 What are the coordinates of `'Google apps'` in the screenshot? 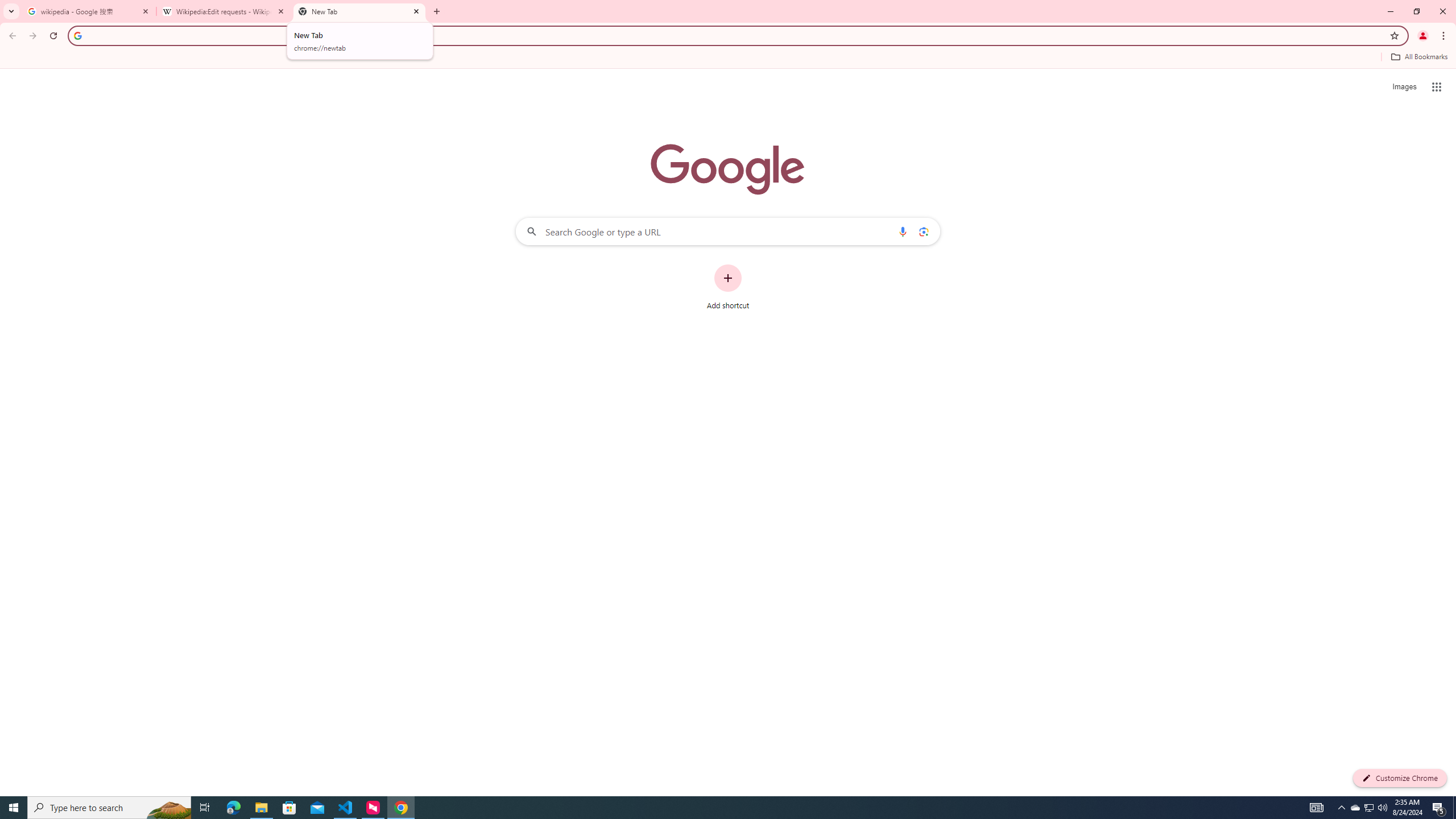 It's located at (1437, 86).